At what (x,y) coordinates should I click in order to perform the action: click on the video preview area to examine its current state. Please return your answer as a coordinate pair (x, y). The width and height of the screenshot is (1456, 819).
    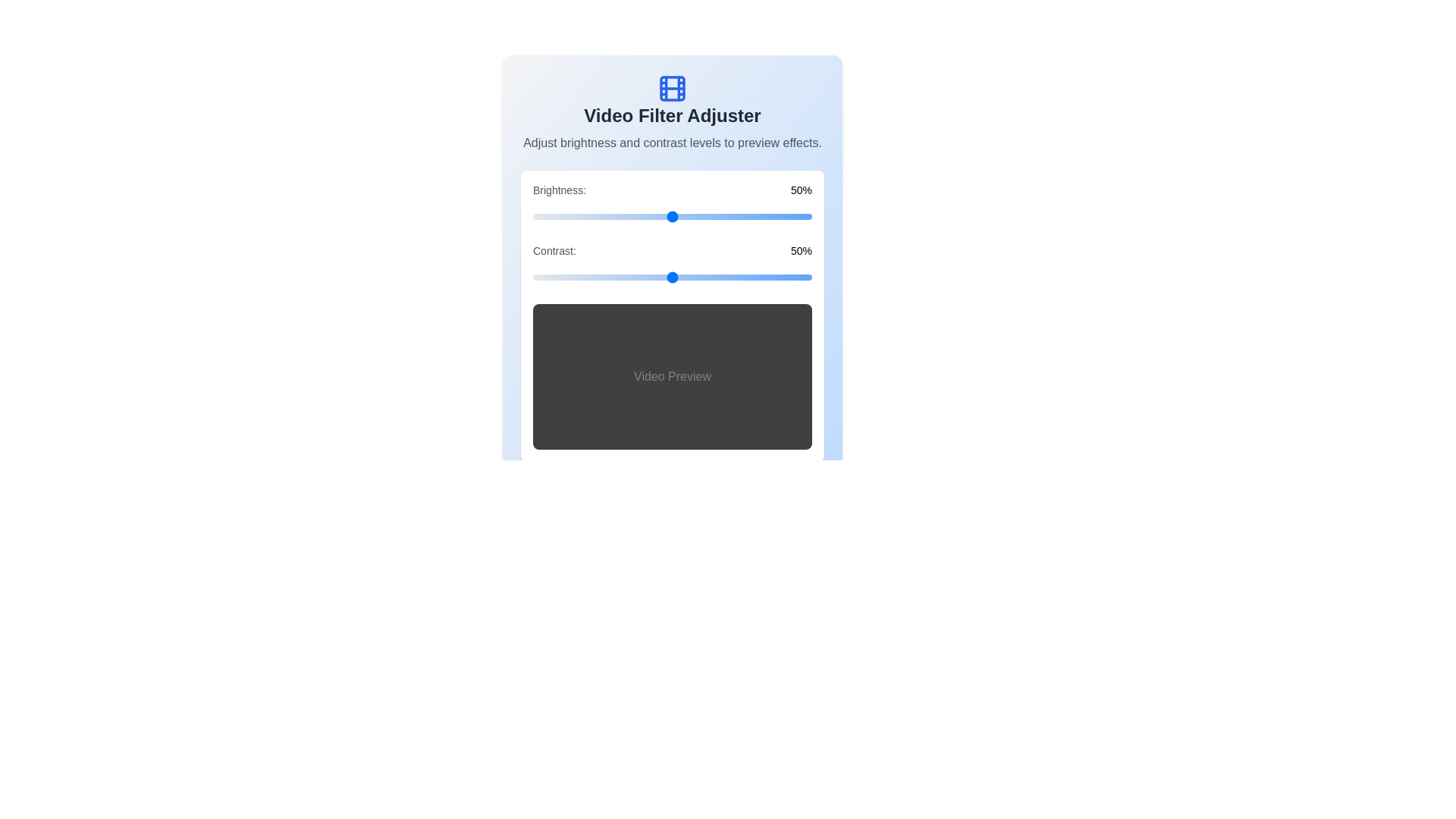
    Looking at the image, I should click on (672, 376).